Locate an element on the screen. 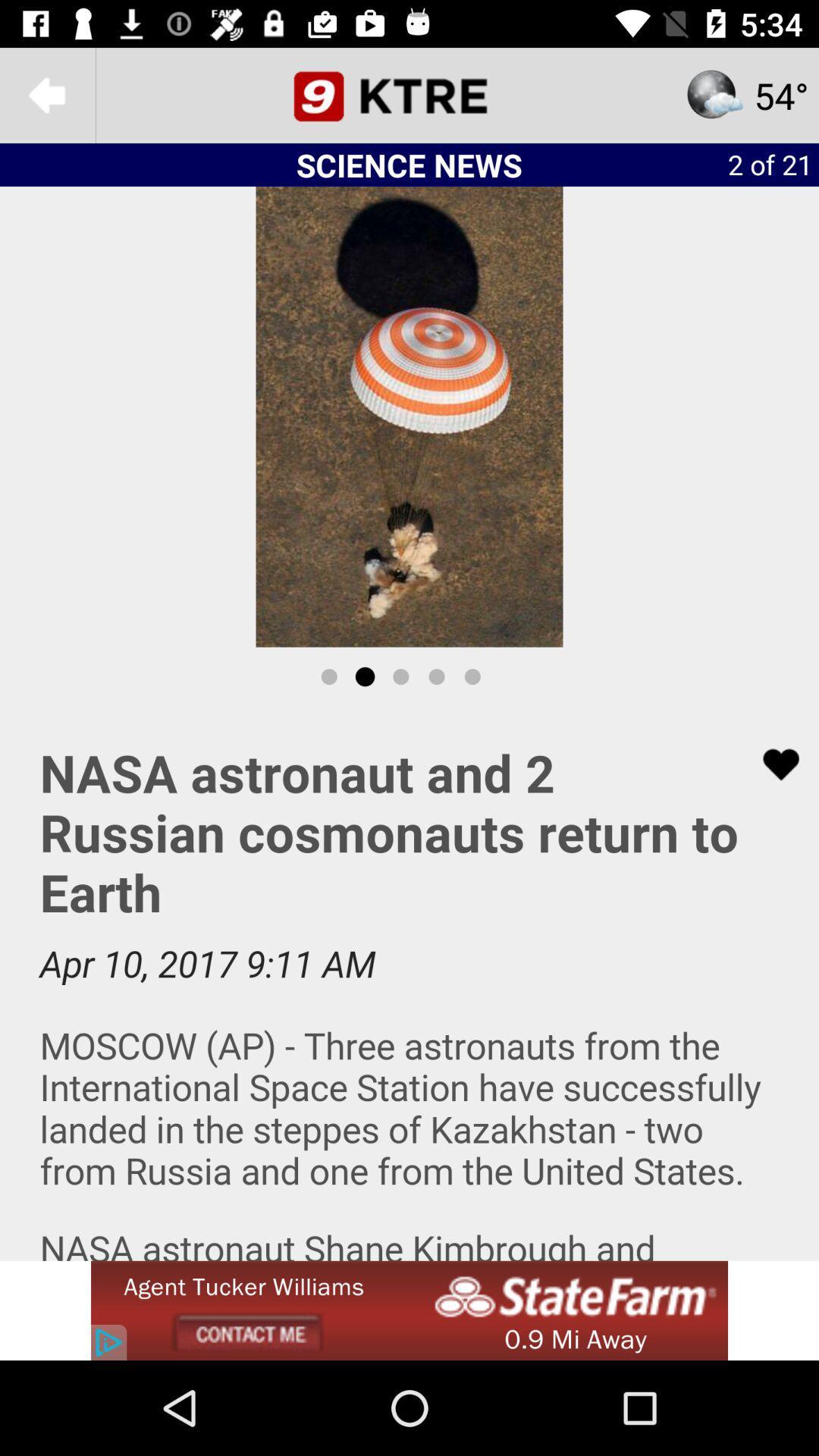  the favorite icon is located at coordinates (771, 764).